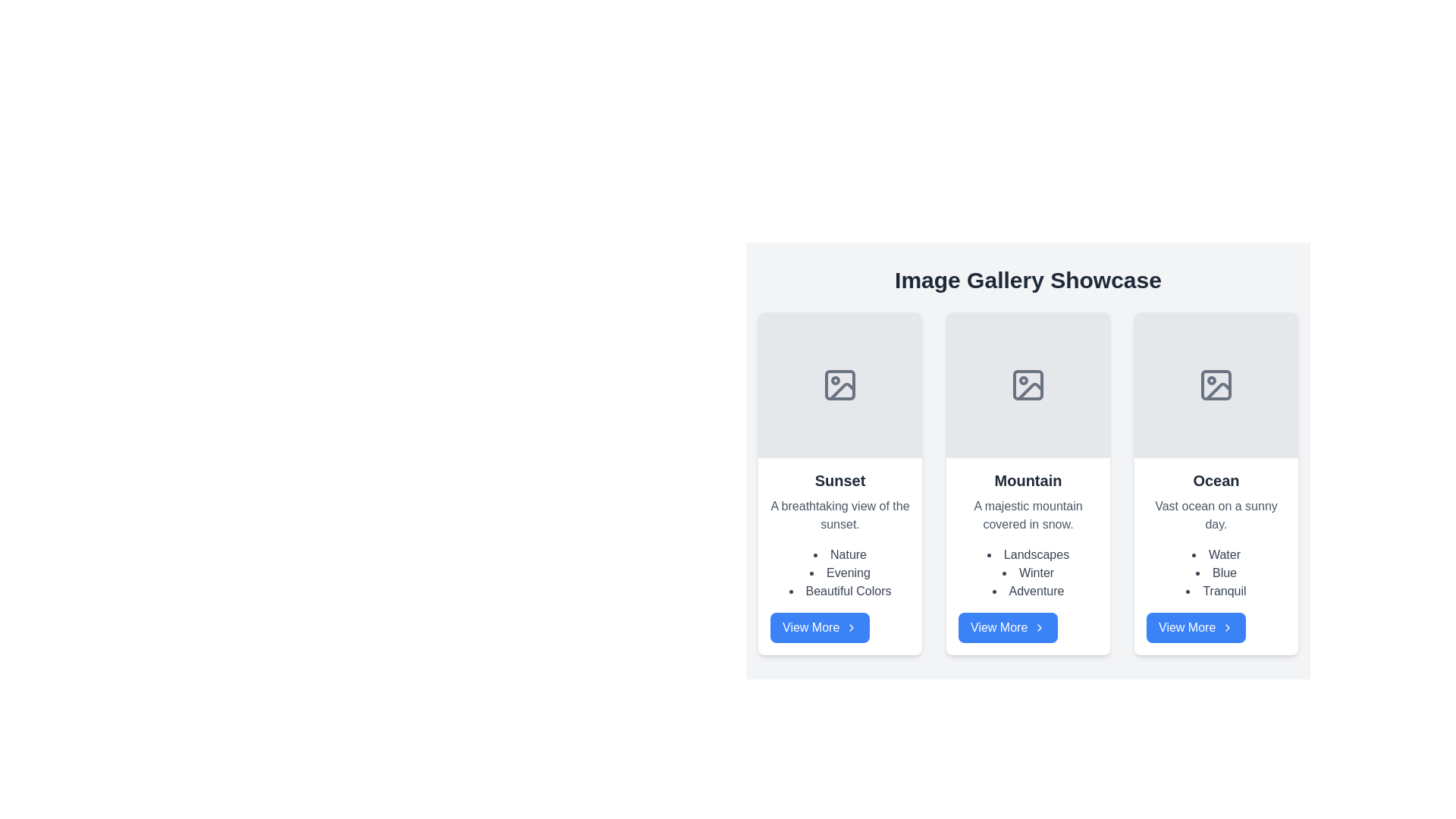 The height and width of the screenshot is (819, 1456). Describe the element at coordinates (1028, 573) in the screenshot. I see `the static text displaying 'Winter', which is the second item under the 'Landscapes' heading in the 'Mountain' card` at that location.